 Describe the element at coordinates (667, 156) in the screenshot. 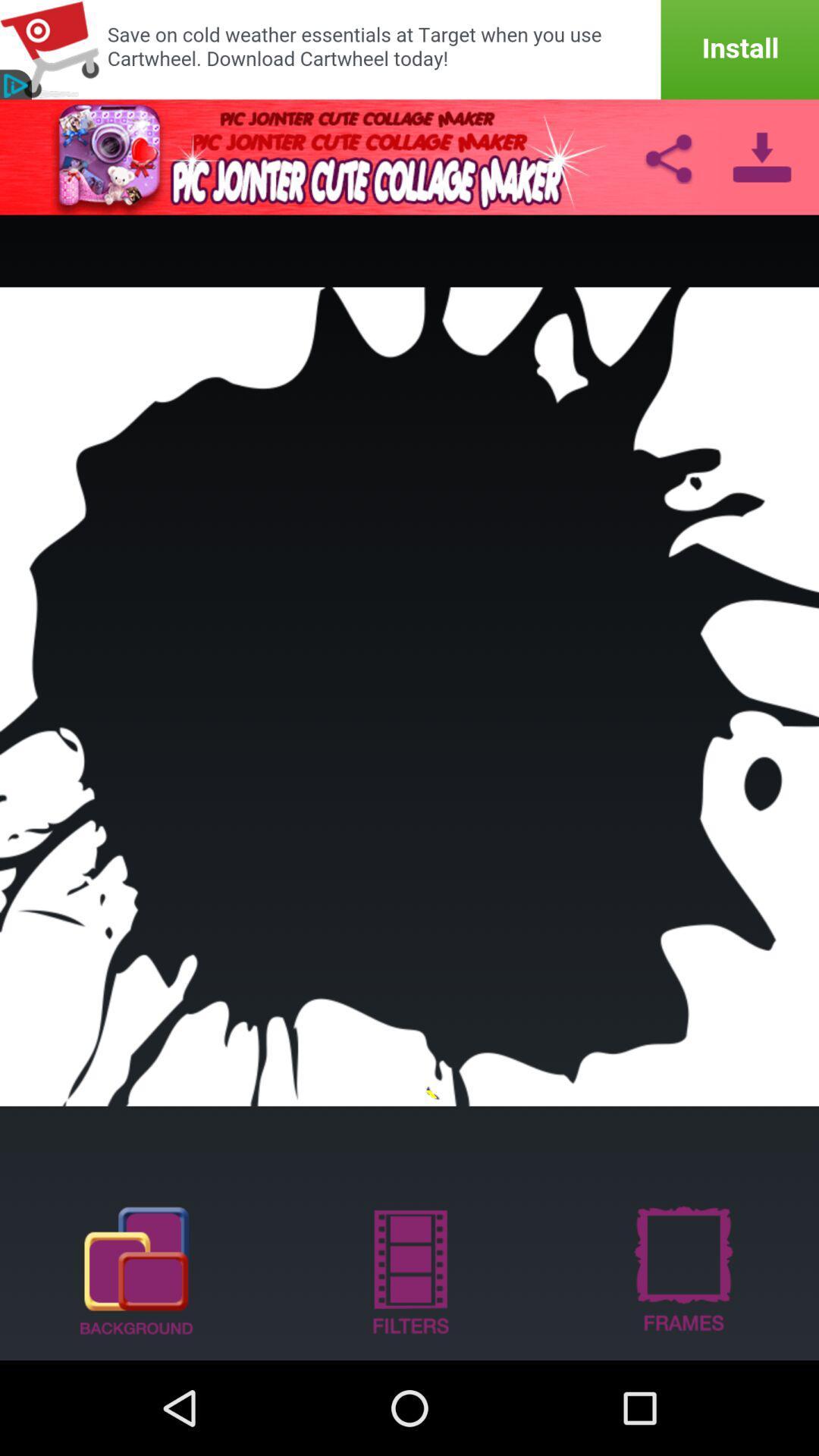

I see `share this content` at that location.